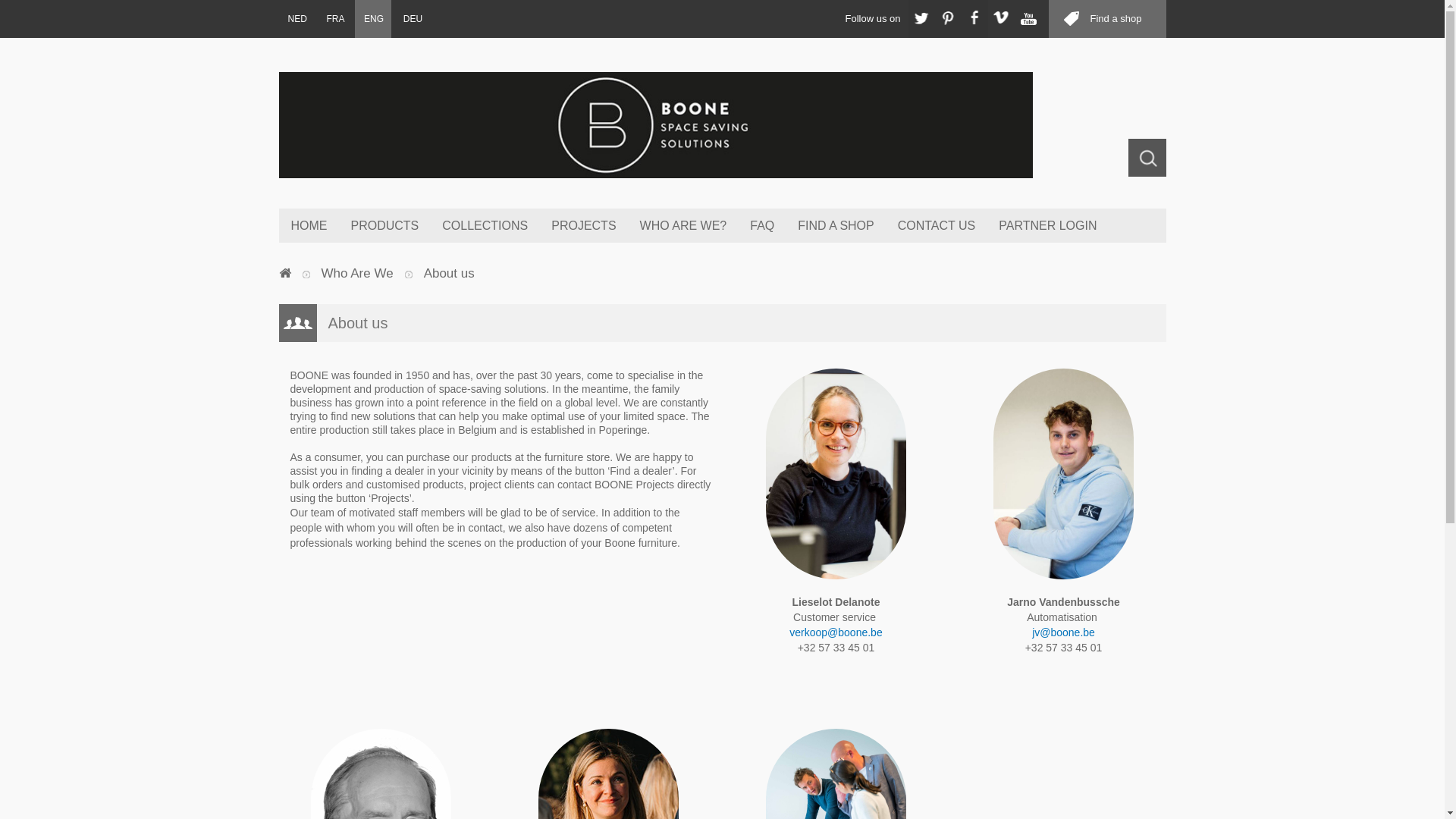 This screenshot has width=1456, height=819. Describe the element at coordinates (483, 225) in the screenshot. I see `'COLLECTIONS'` at that location.